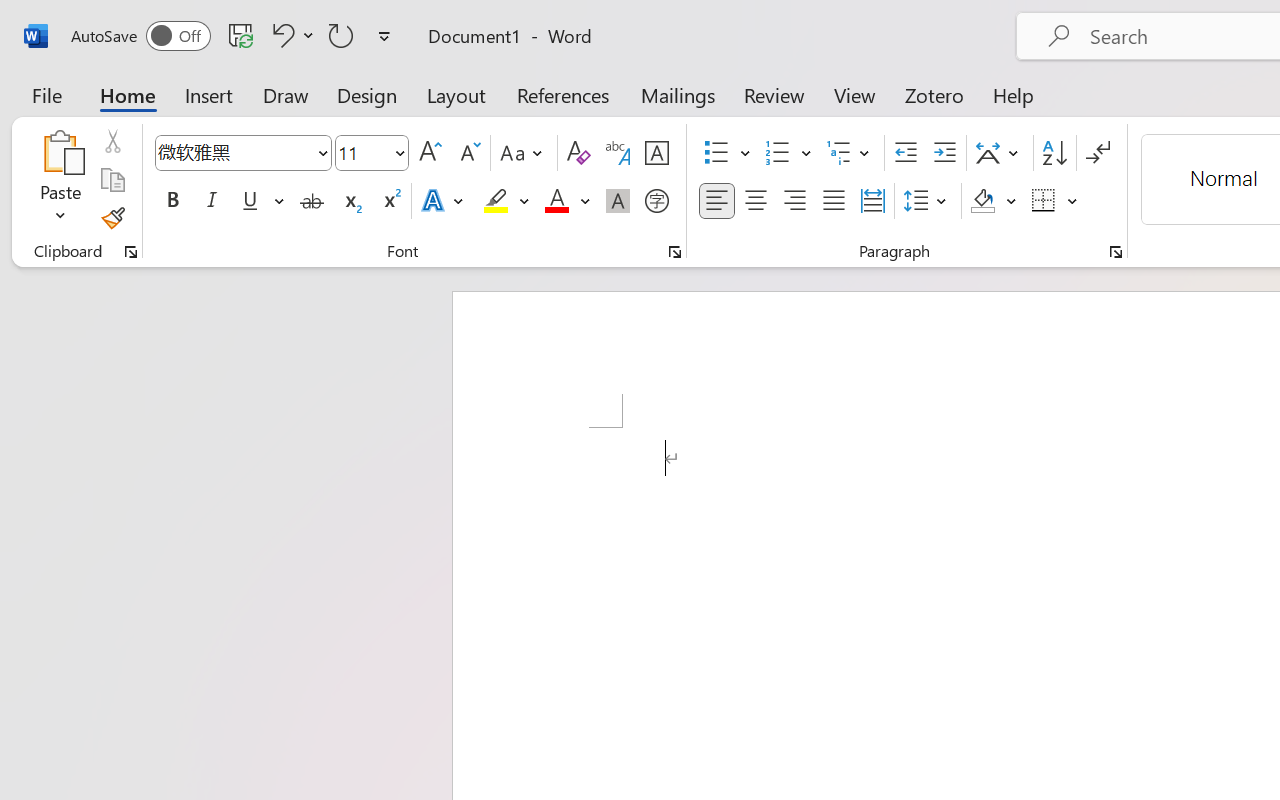 Image resolution: width=1280 pixels, height=800 pixels. I want to click on 'Repeat Style', so click(341, 34).